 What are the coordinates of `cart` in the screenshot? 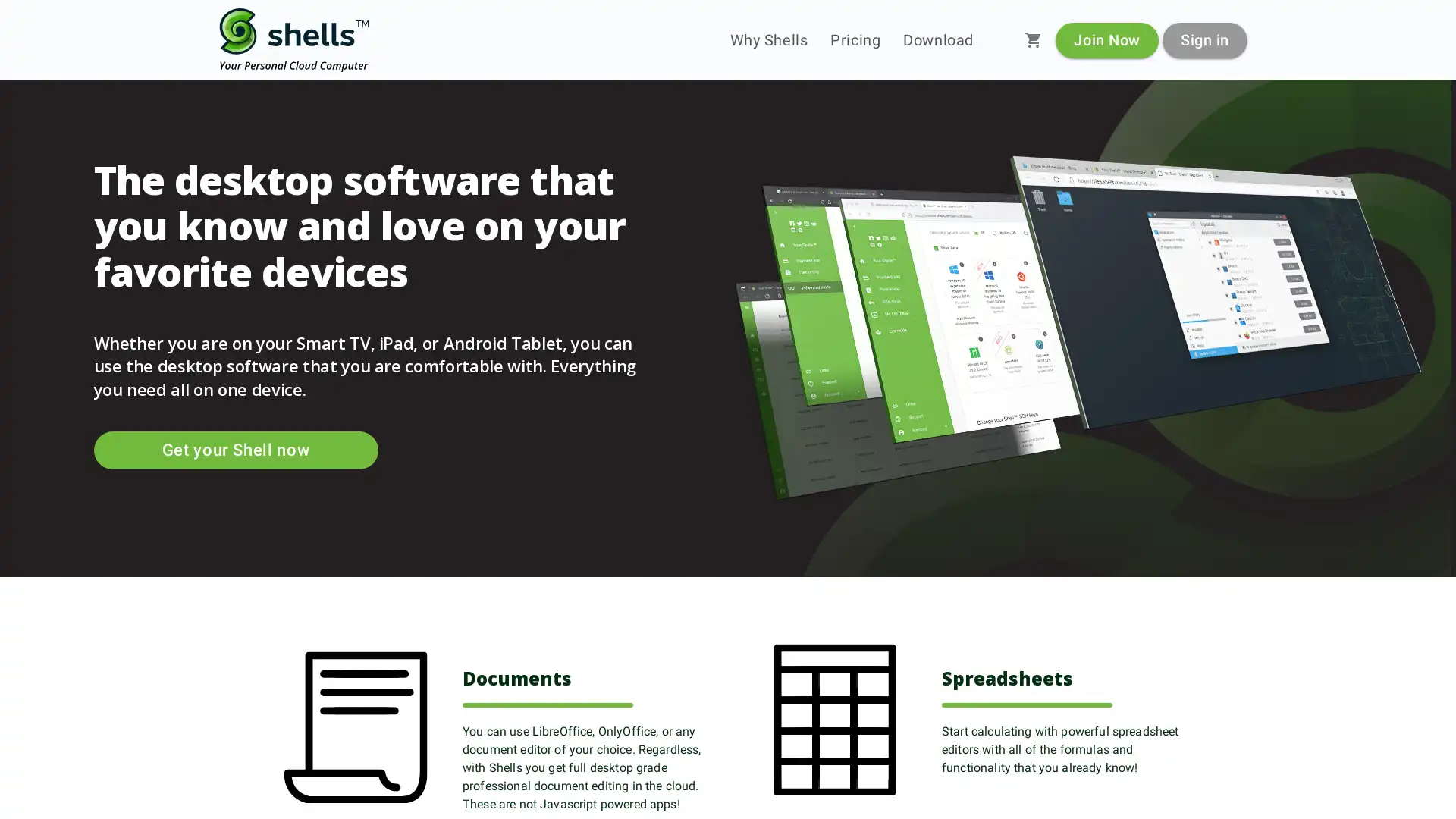 It's located at (1033, 39).